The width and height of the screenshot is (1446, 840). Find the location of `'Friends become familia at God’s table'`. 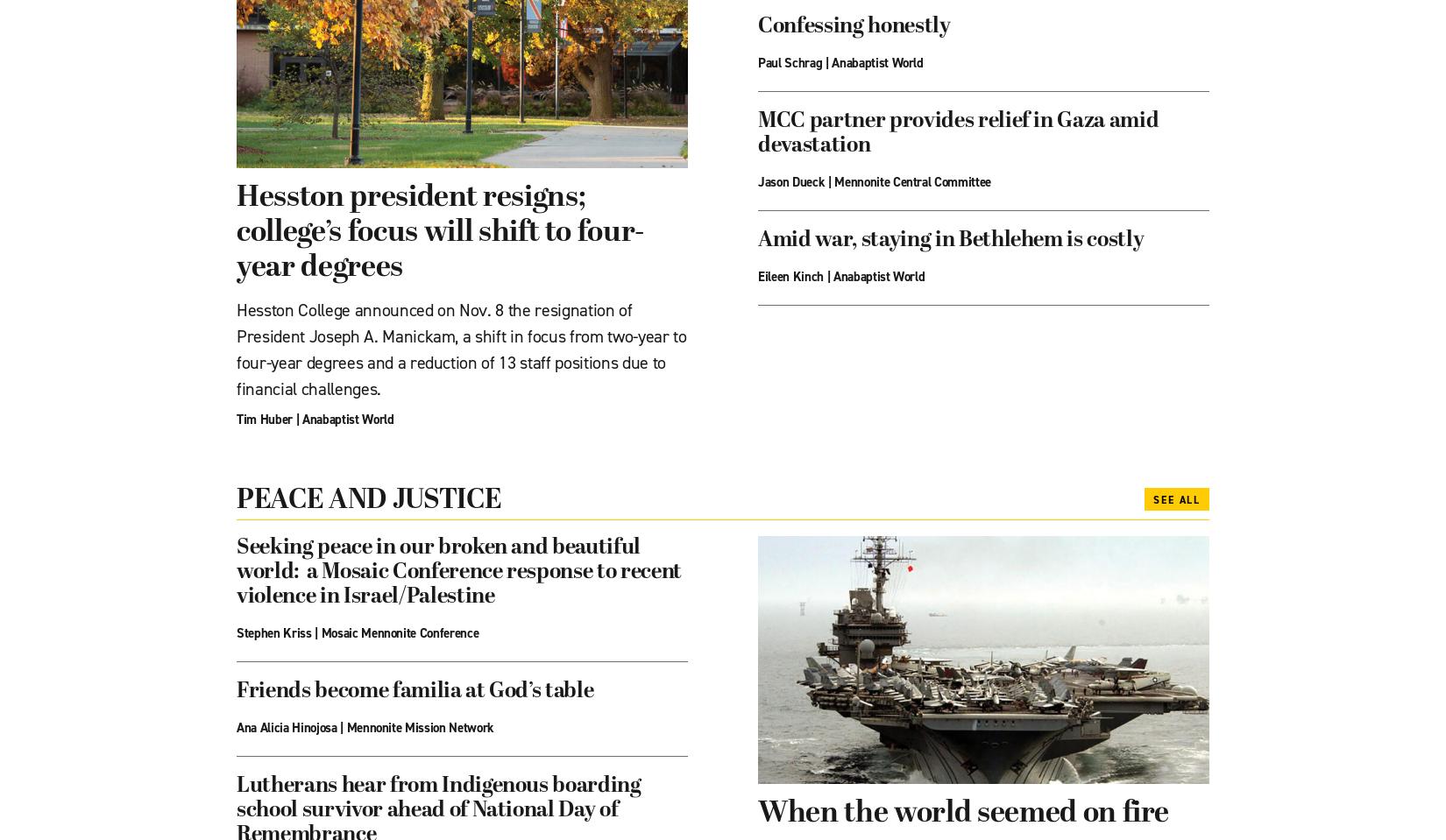

'Friends become familia at God’s table' is located at coordinates (414, 692).